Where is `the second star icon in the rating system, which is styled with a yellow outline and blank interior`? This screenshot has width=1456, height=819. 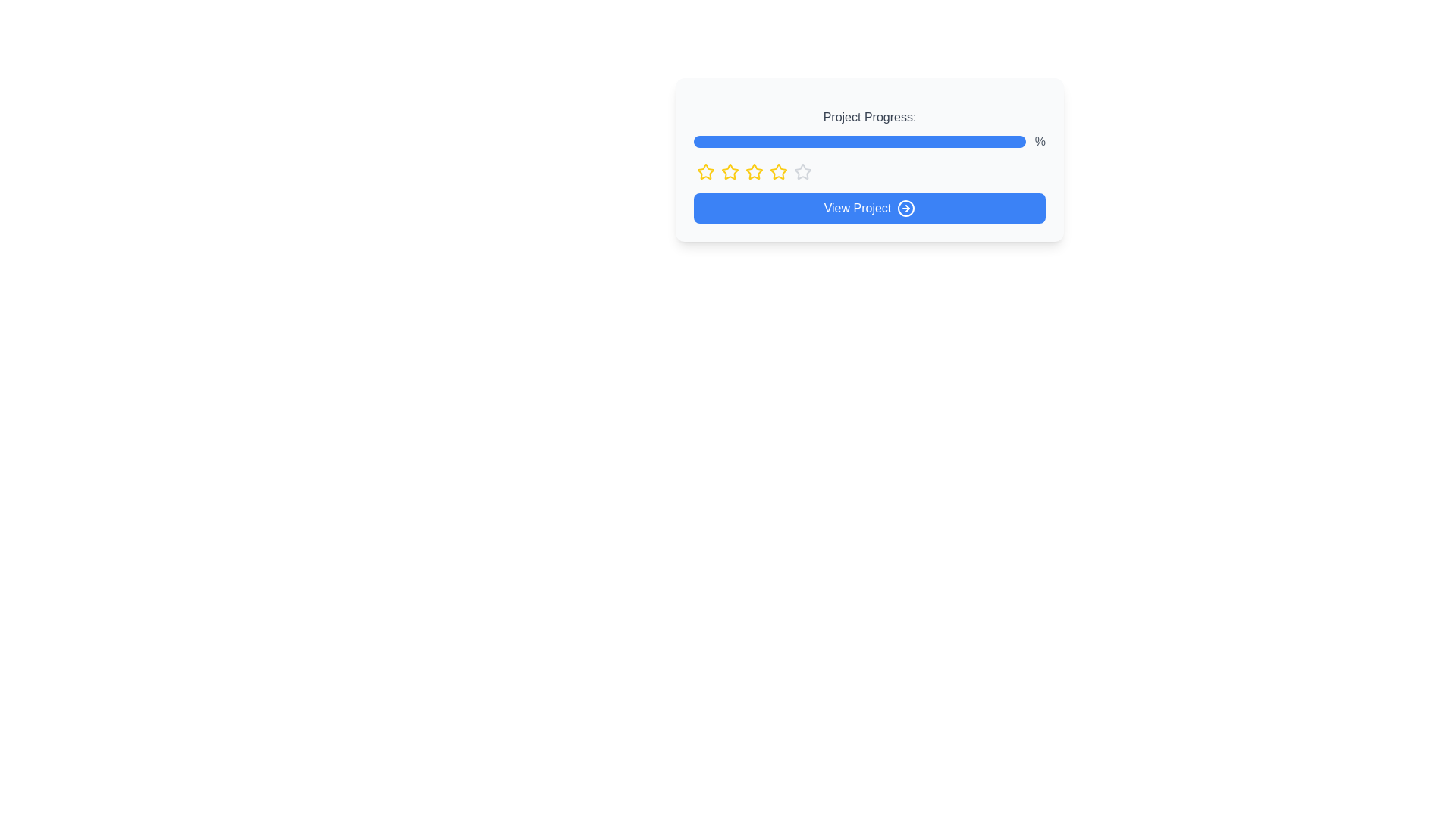
the second star icon in the rating system, which is styled with a yellow outline and blank interior is located at coordinates (730, 171).